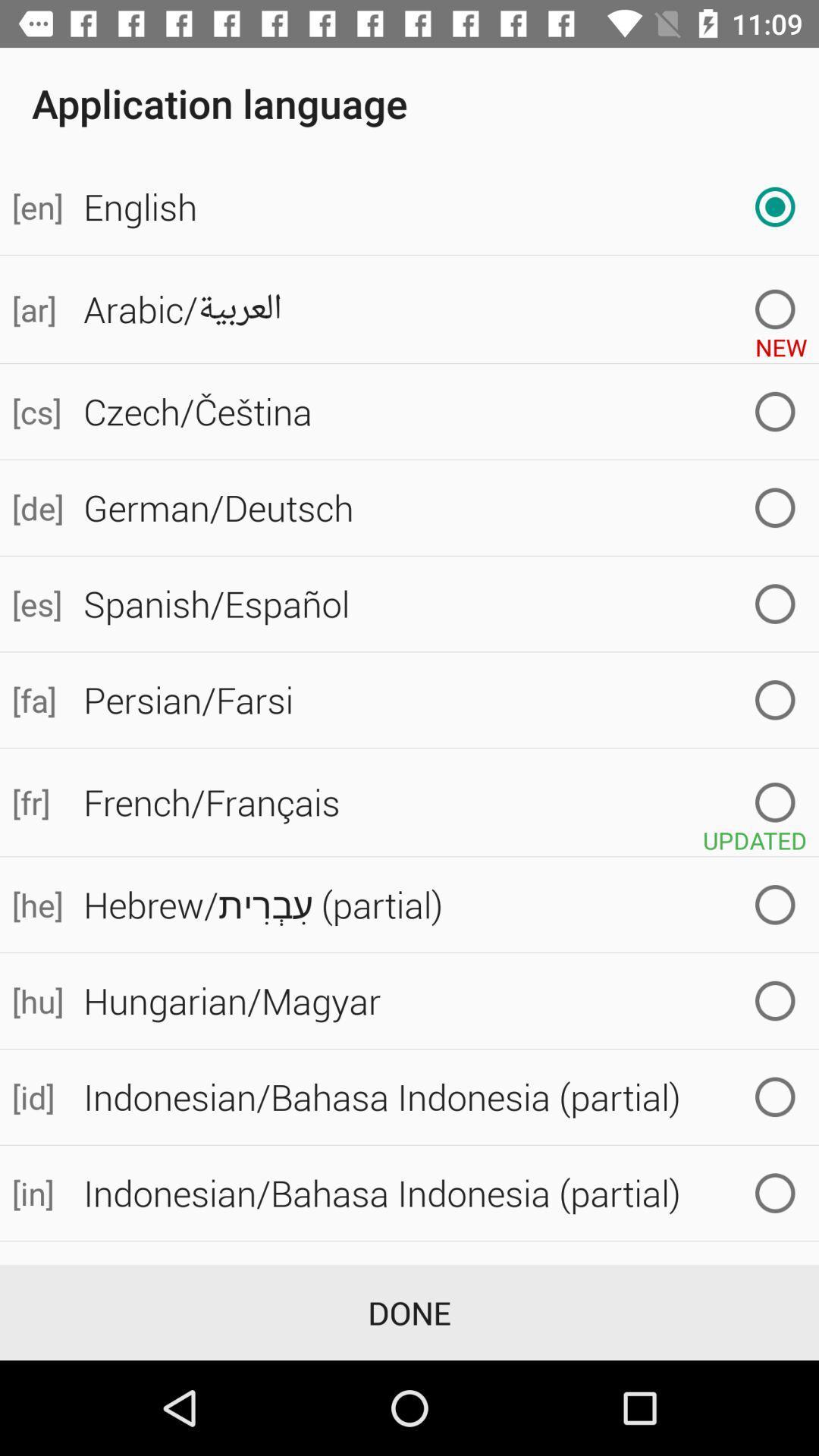 The width and height of the screenshot is (819, 1456). What do you see at coordinates (409, 1312) in the screenshot?
I see `the done item` at bounding box center [409, 1312].